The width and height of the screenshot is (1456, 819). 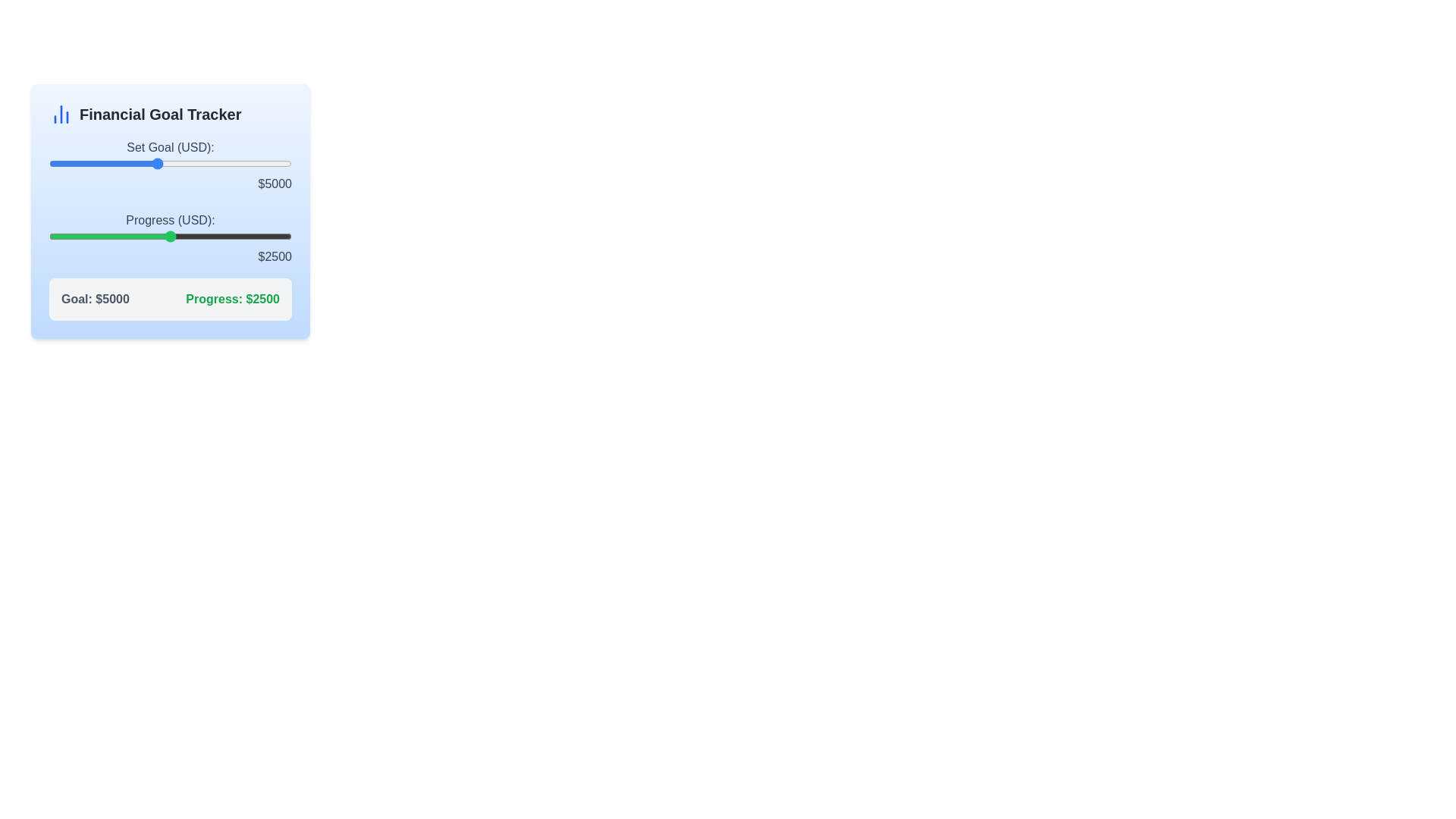 I want to click on the progress slider to 1586 USD, so click(x=126, y=237).